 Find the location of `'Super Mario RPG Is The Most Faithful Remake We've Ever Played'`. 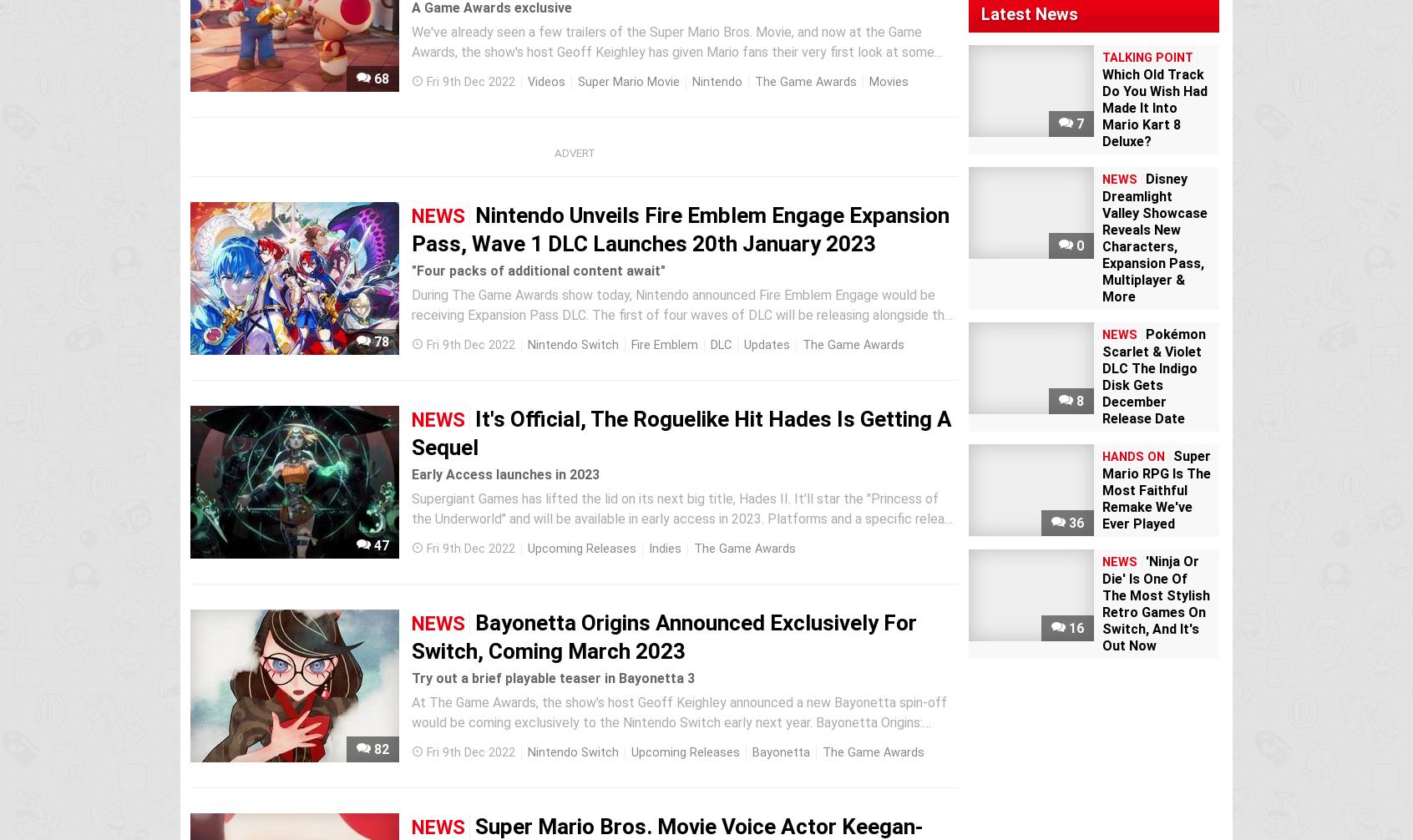

'Super Mario RPG Is The Most Faithful Remake We've Ever Played' is located at coordinates (1157, 490).